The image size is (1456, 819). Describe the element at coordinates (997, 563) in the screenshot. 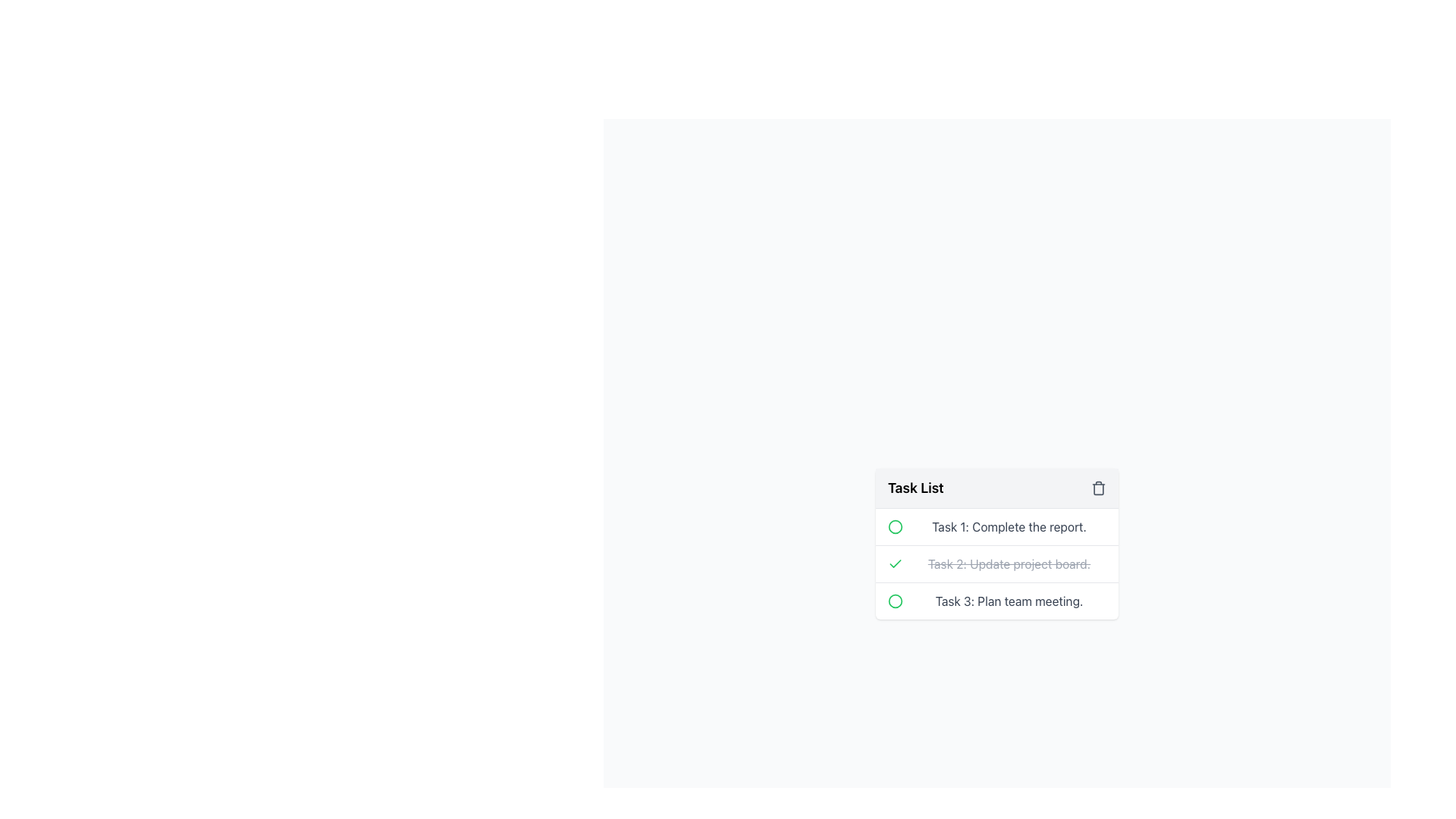

I see `the completed task list item, which displays a strikethrough text and a green tick mark` at that location.